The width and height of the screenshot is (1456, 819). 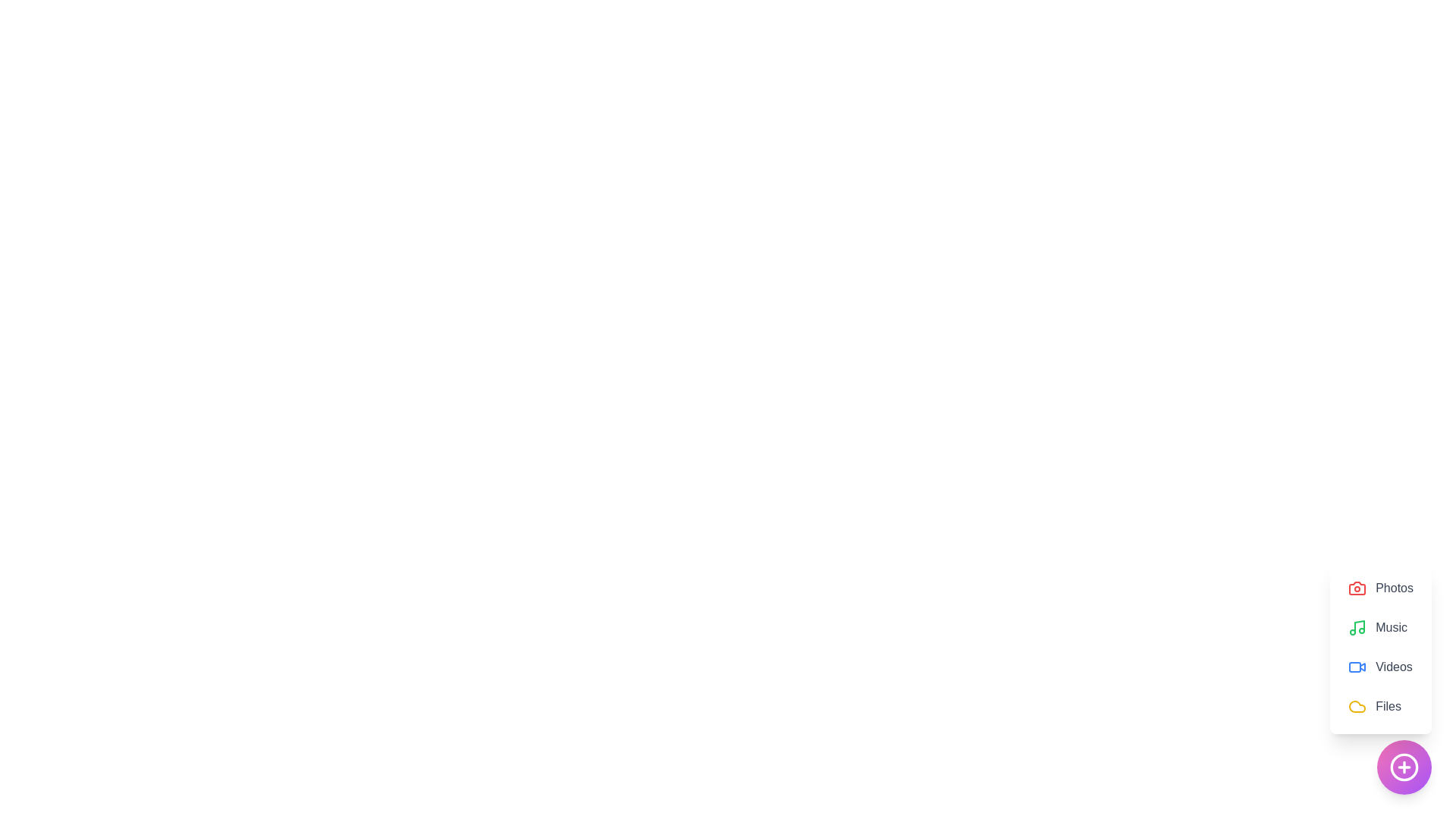 What do you see at coordinates (1380, 707) in the screenshot?
I see `the option Files to select it` at bounding box center [1380, 707].